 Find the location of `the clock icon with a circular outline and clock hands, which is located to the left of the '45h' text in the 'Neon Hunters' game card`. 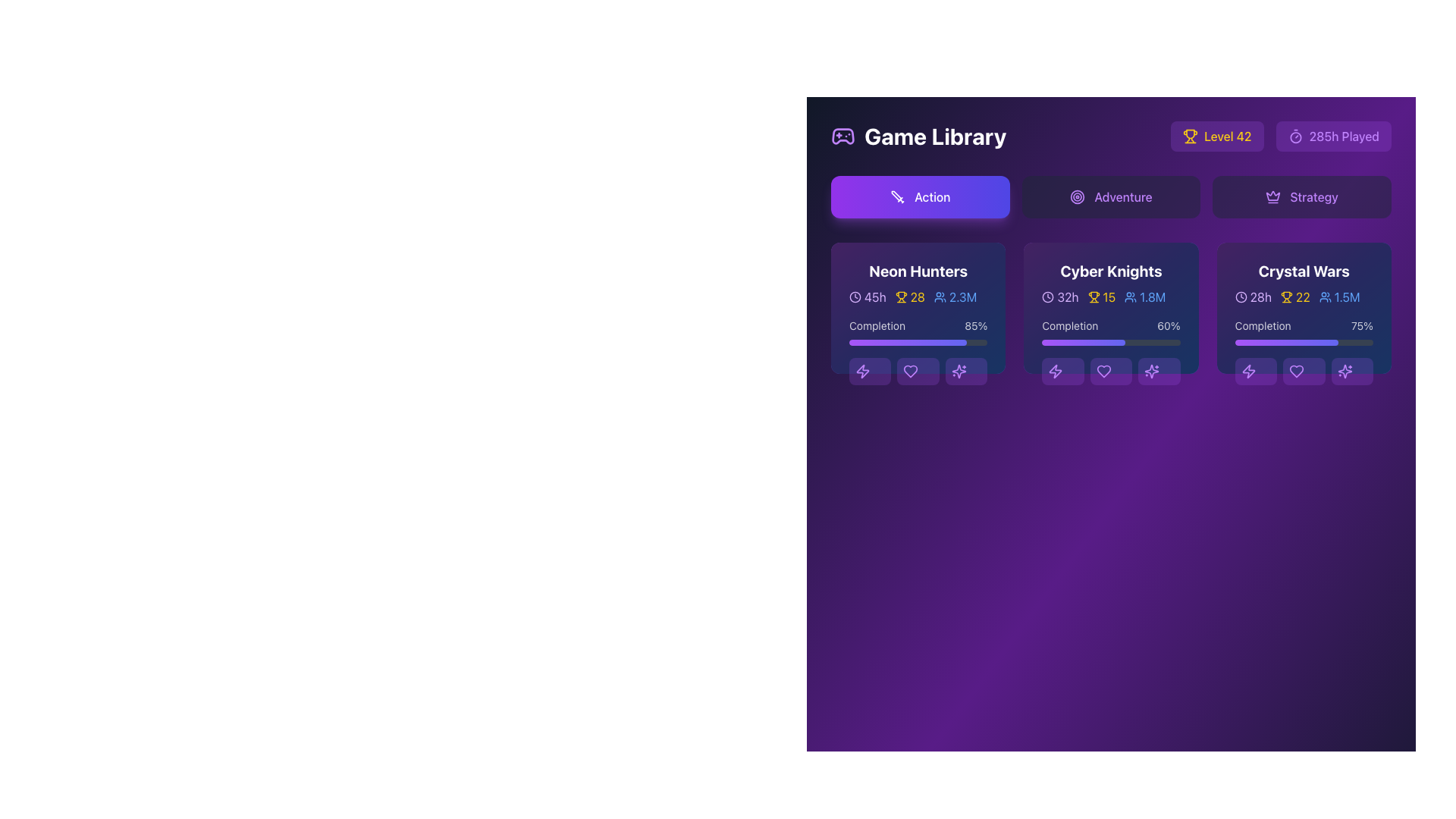

the clock icon with a circular outline and clock hands, which is located to the left of the '45h' text in the 'Neon Hunters' game card is located at coordinates (855, 297).